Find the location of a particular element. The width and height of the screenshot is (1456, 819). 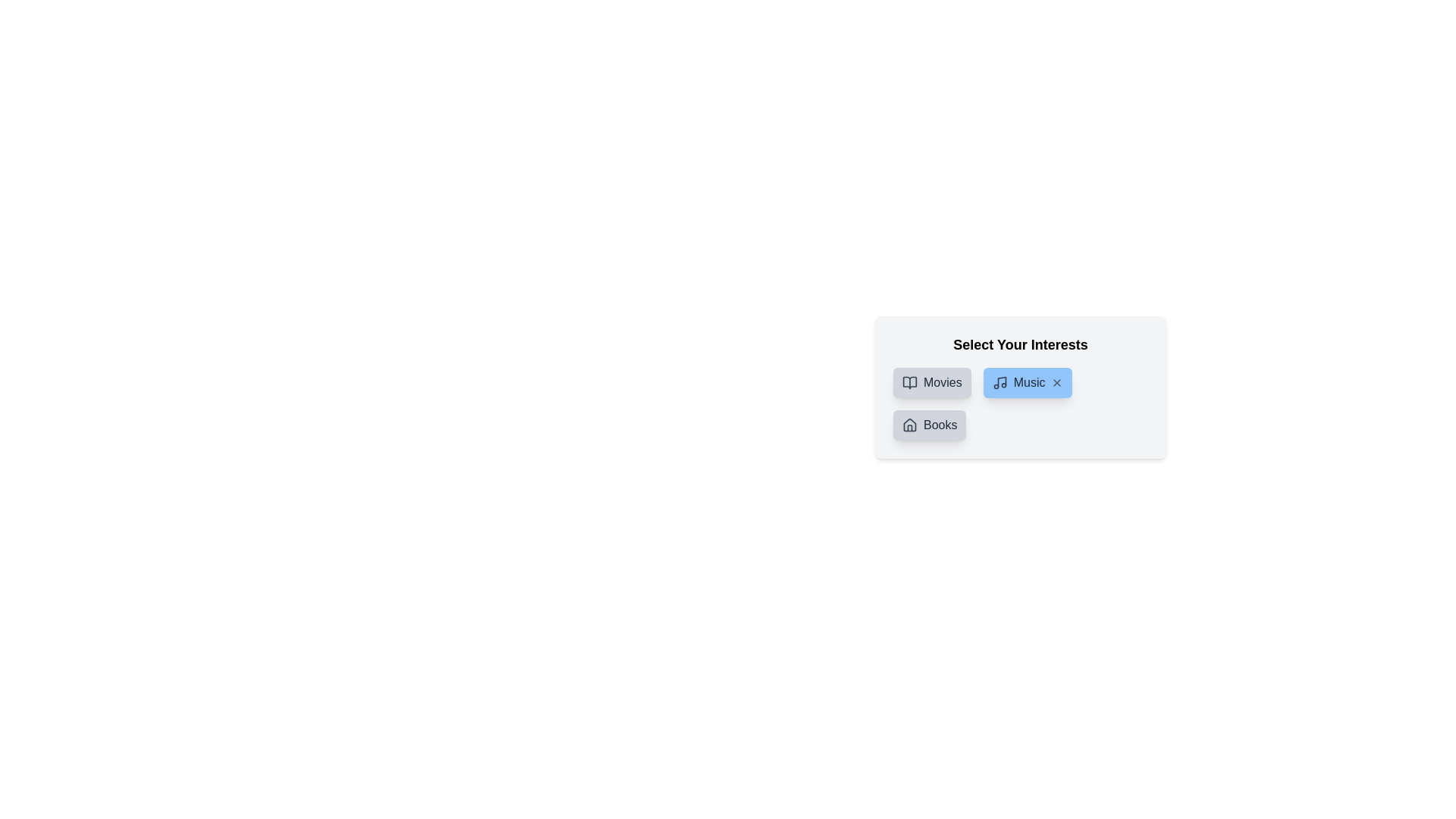

the category Music to inspect the color change is located at coordinates (1027, 382).